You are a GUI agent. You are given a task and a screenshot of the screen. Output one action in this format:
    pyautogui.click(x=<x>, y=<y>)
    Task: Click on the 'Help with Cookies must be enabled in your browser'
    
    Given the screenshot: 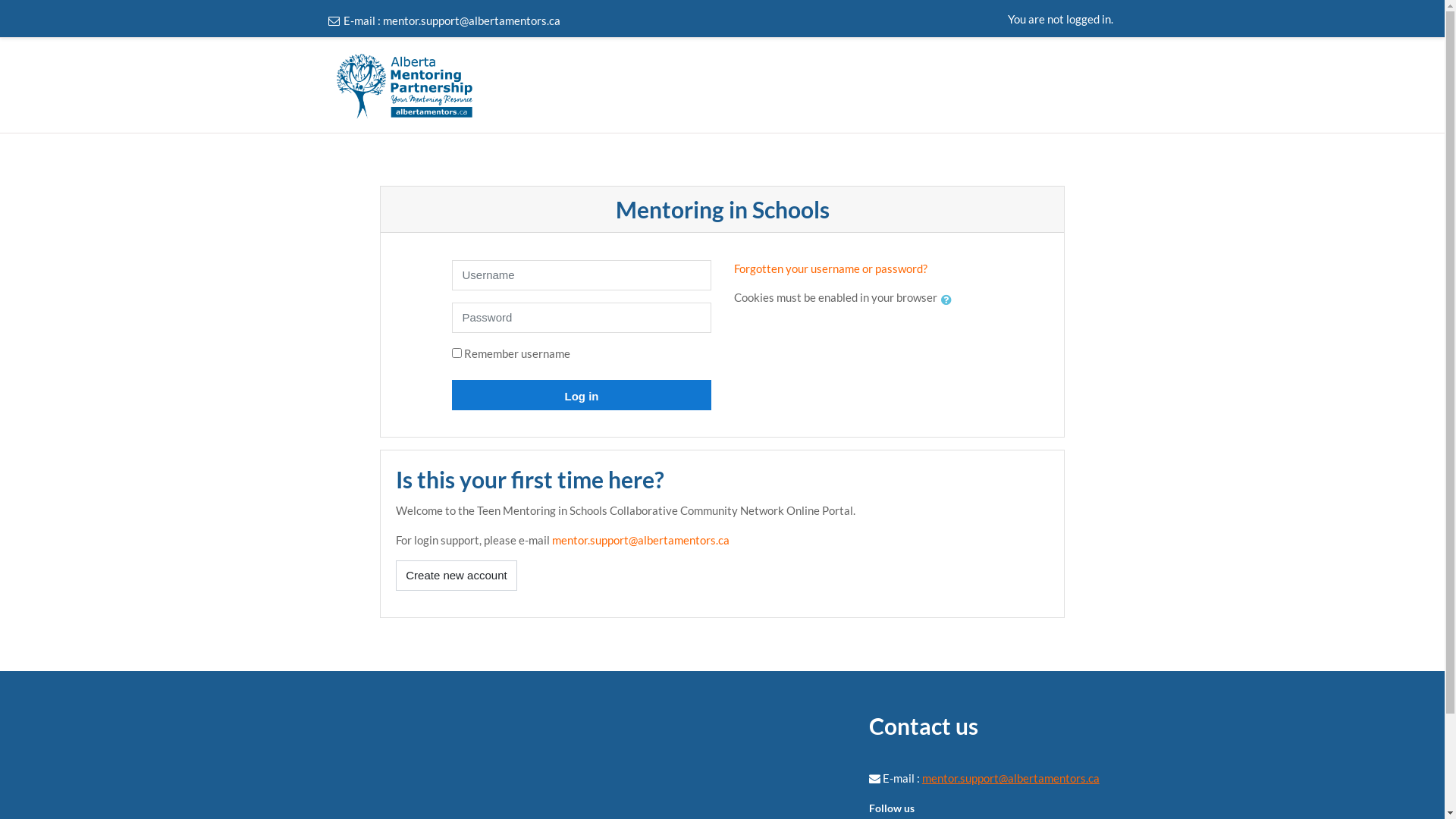 What is the action you would take?
    pyautogui.click(x=939, y=299)
    